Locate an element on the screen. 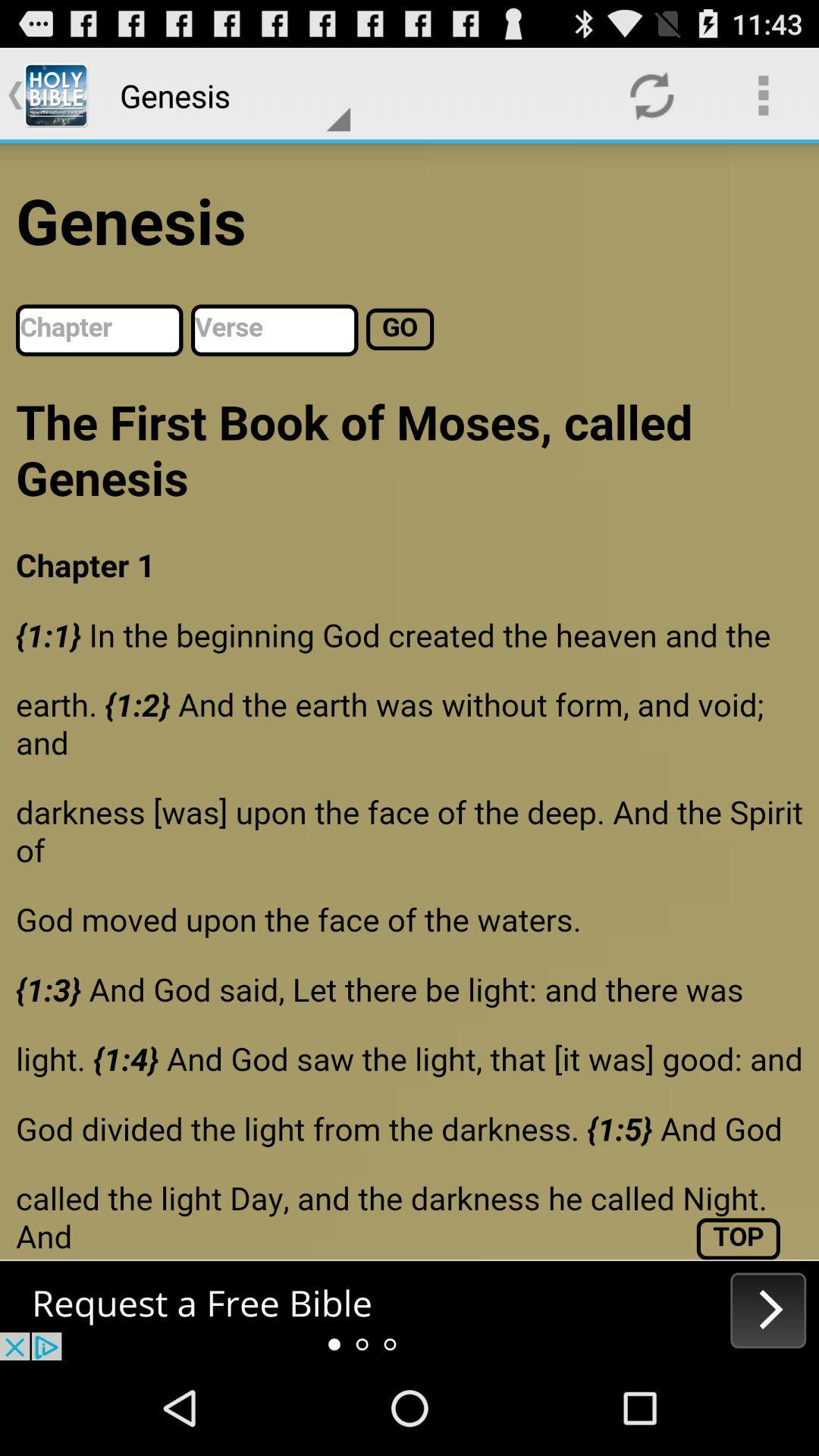 This screenshot has height=1456, width=819. go back is located at coordinates (409, 1310).